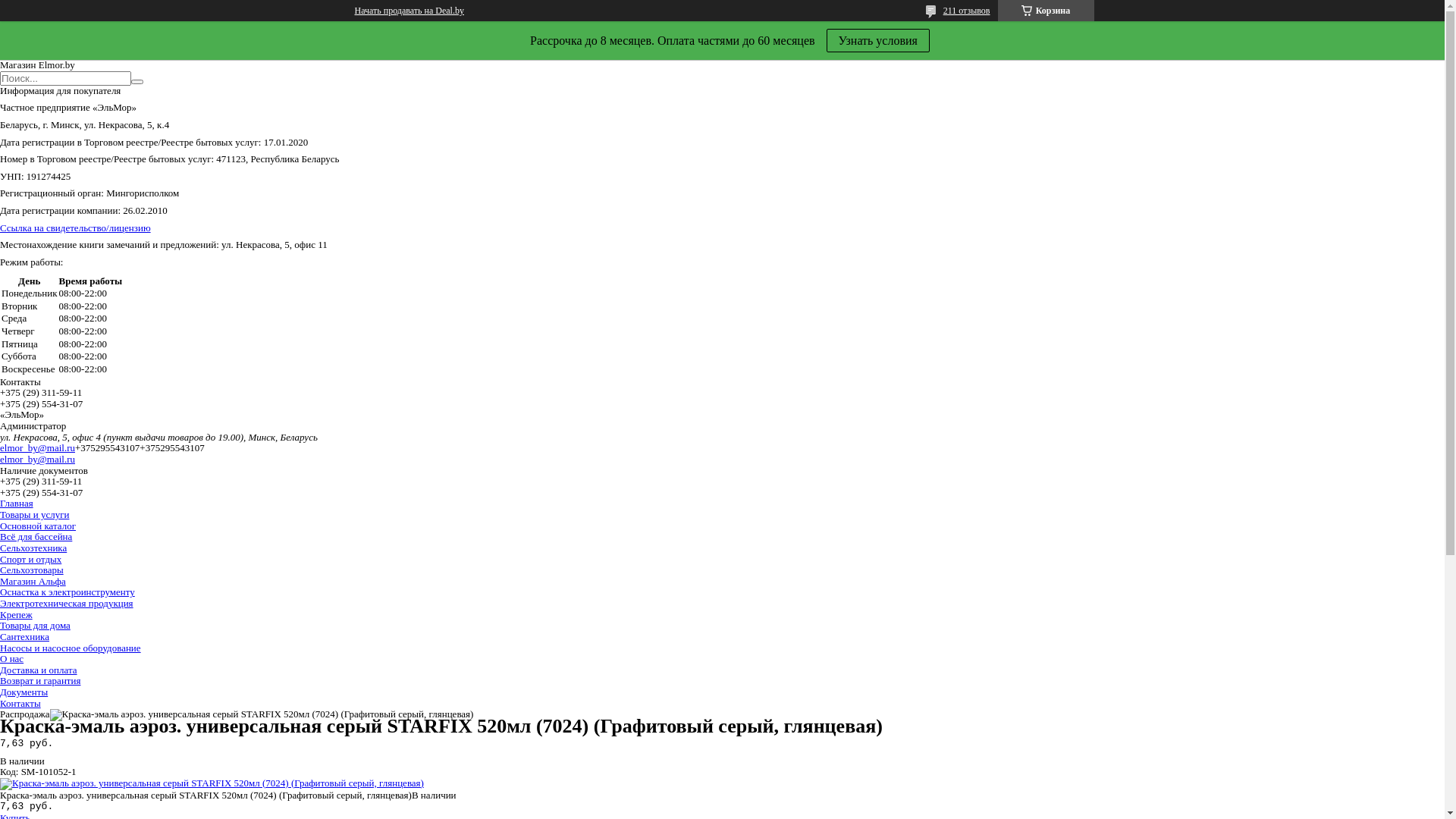 The height and width of the screenshot is (819, 1456). Describe the element at coordinates (37, 458) in the screenshot. I see `'elmor_by@mail.ru'` at that location.